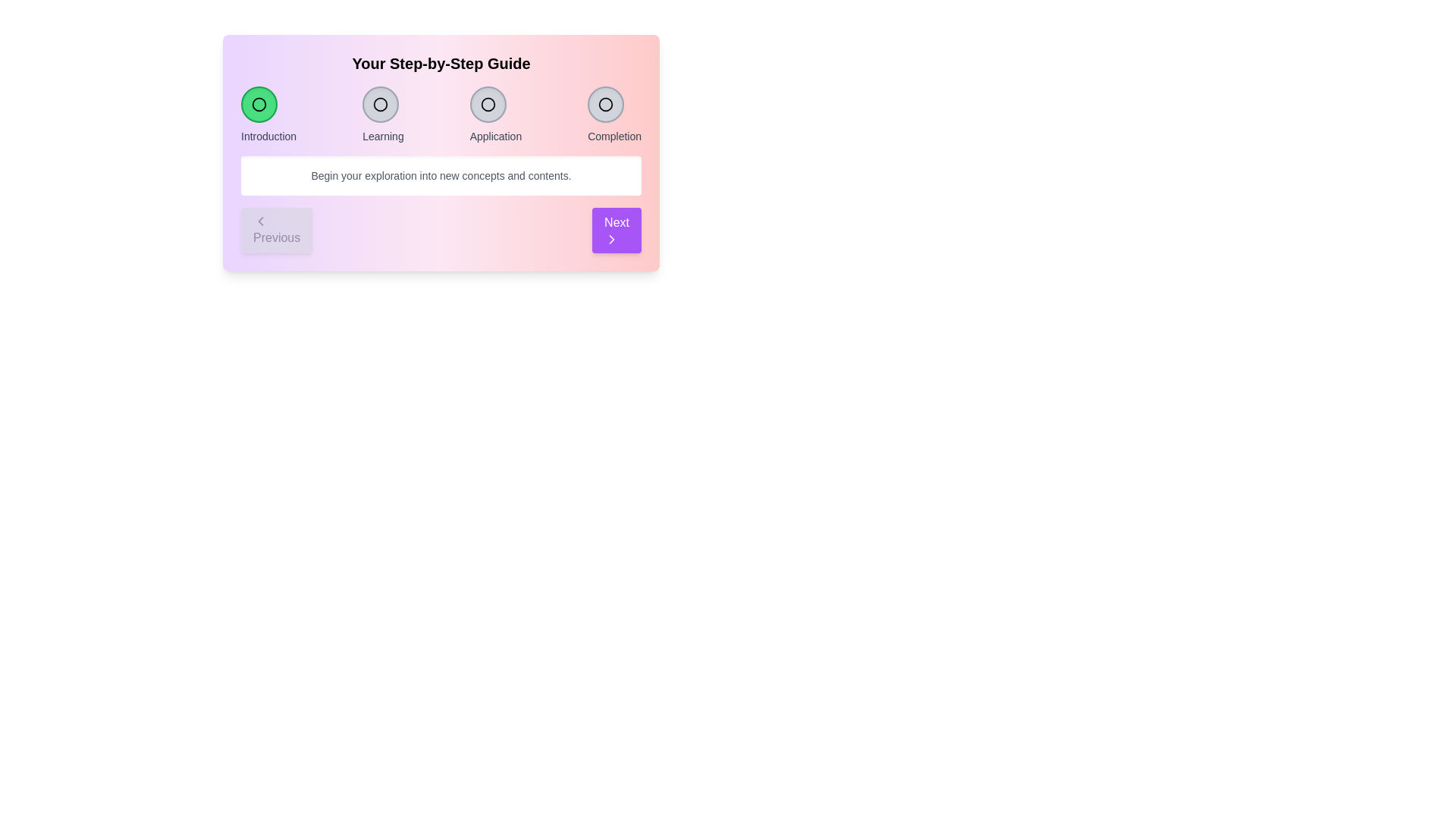 The height and width of the screenshot is (819, 1456). What do you see at coordinates (488, 104) in the screenshot?
I see `the circular icon with a hollow center and outline, which is the third icon in a horizontal sequence of four icons` at bounding box center [488, 104].